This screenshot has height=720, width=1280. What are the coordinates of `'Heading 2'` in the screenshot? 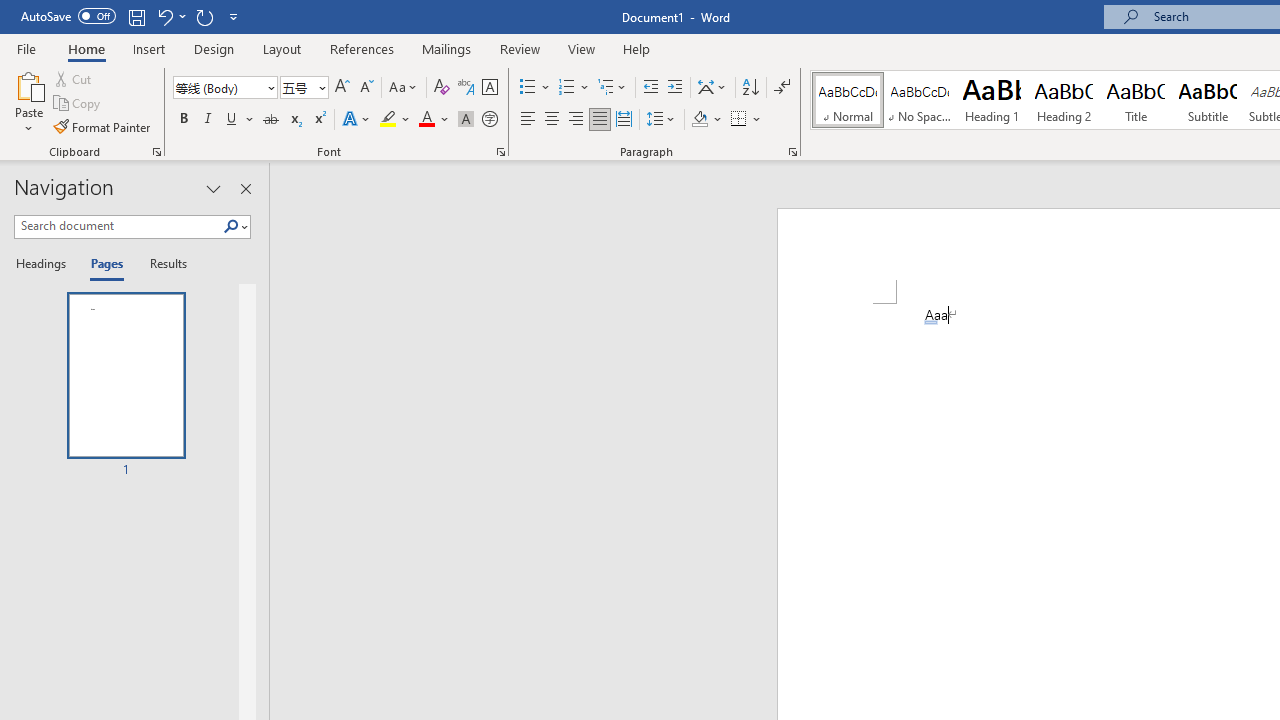 It's located at (1062, 100).